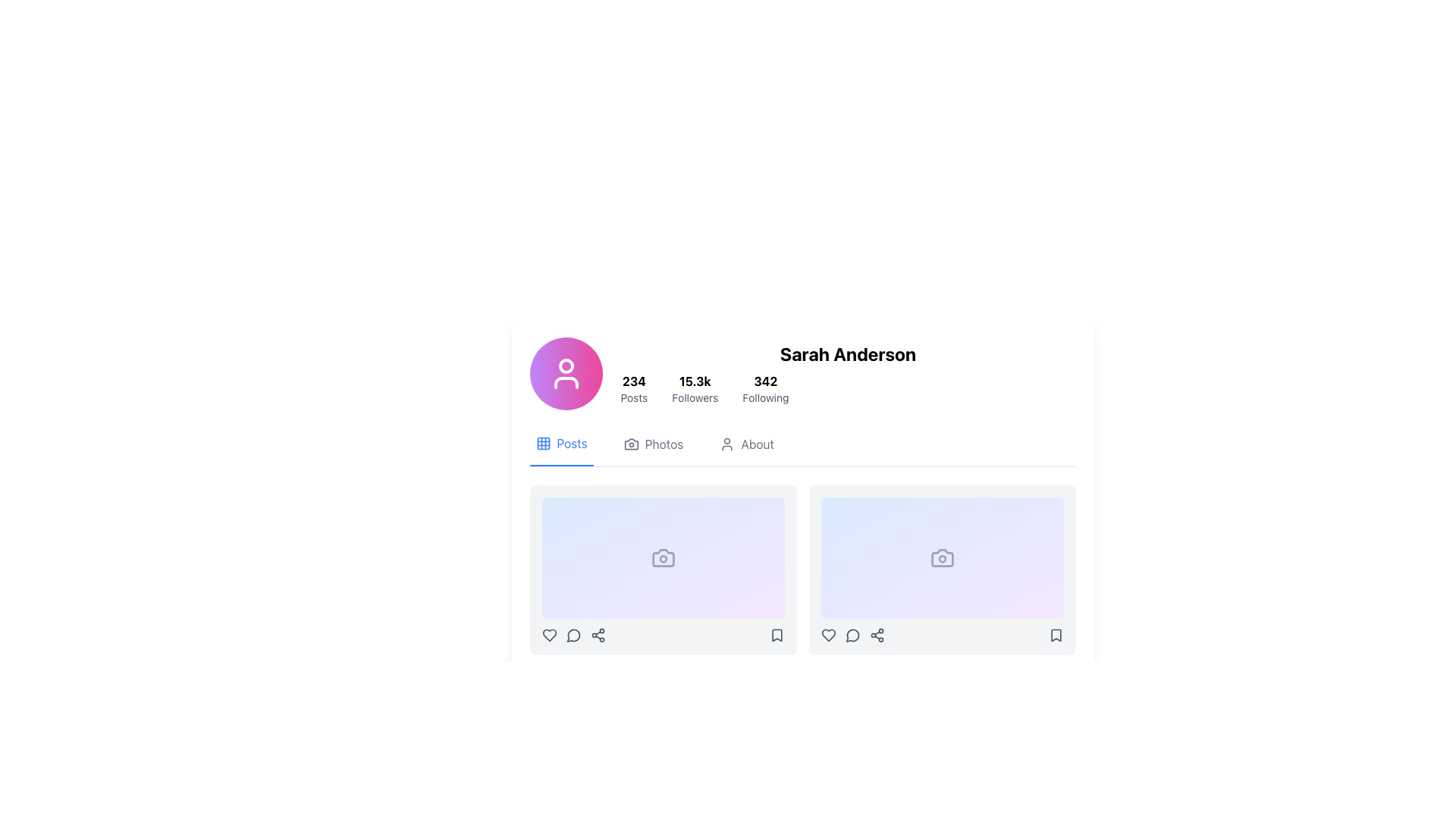  Describe the element at coordinates (726, 444) in the screenshot. I see `the design of the user silhouette icon, which is a dark gray outlined icon consisting of a circular head and a semicircular torso, located to the left of the 'About' label` at that location.